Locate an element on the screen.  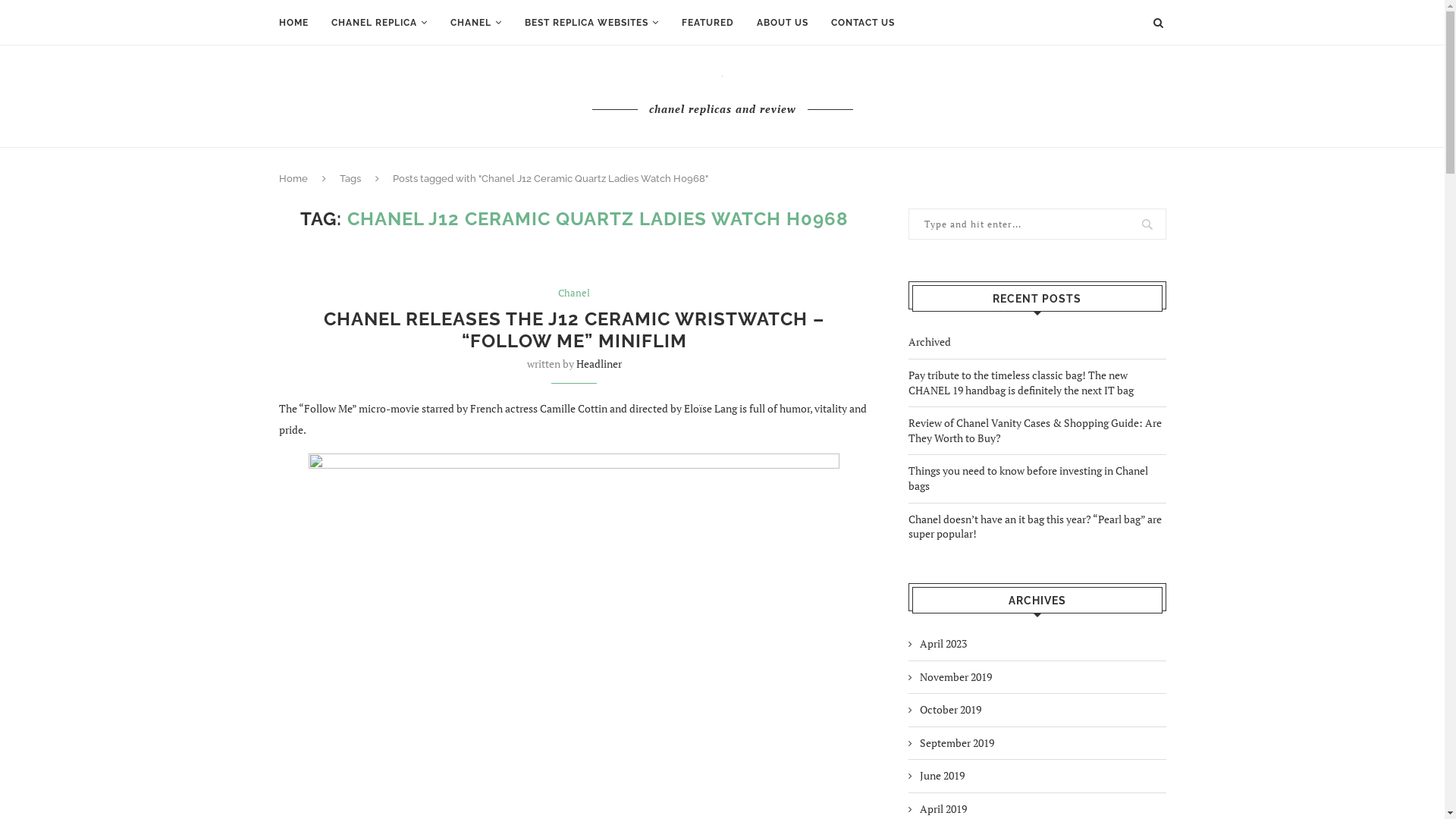
'CHANEL' is located at coordinates (475, 23).